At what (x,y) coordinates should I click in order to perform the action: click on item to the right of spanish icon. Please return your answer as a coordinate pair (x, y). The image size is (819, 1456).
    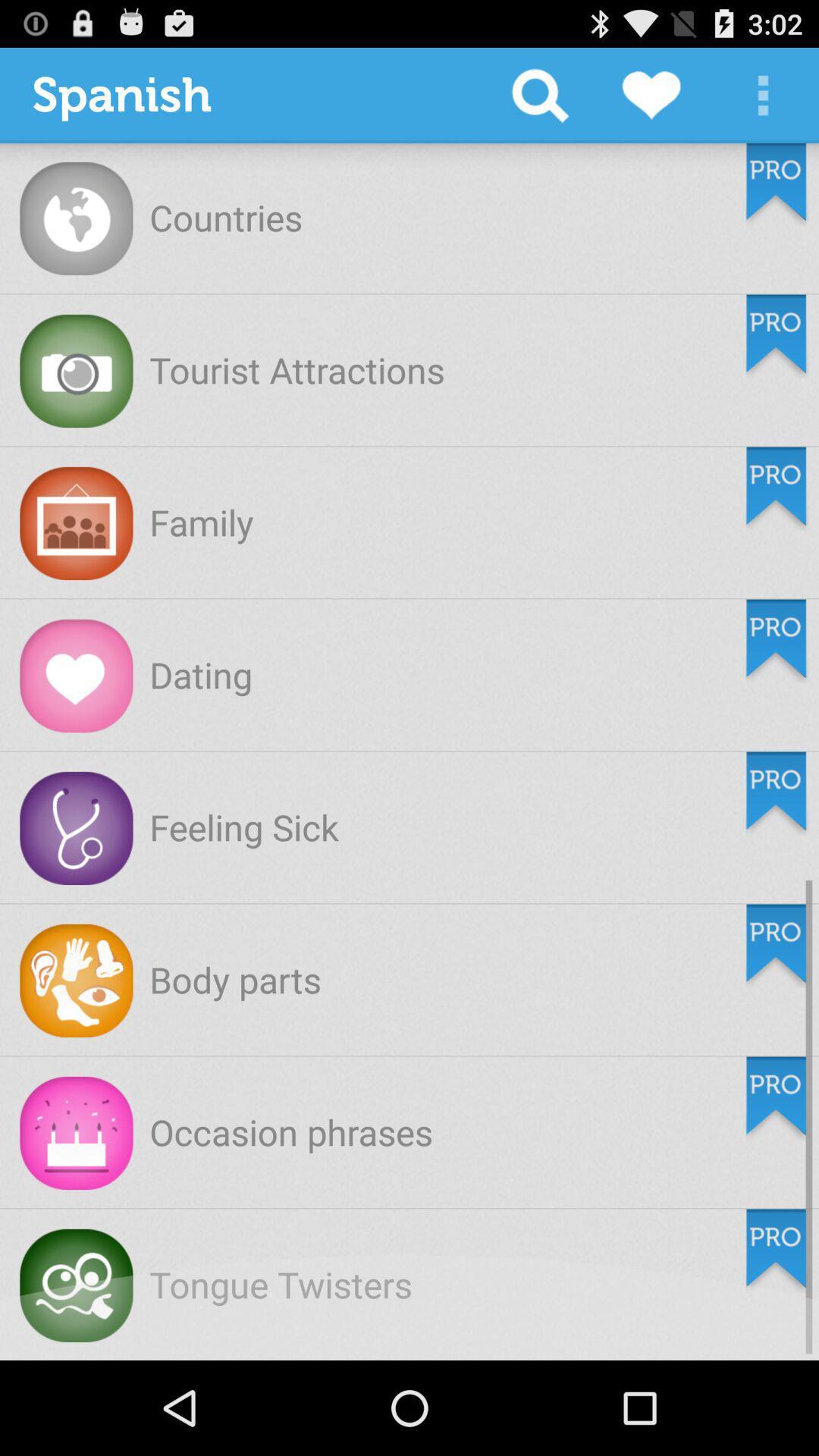
    Looking at the image, I should click on (539, 94).